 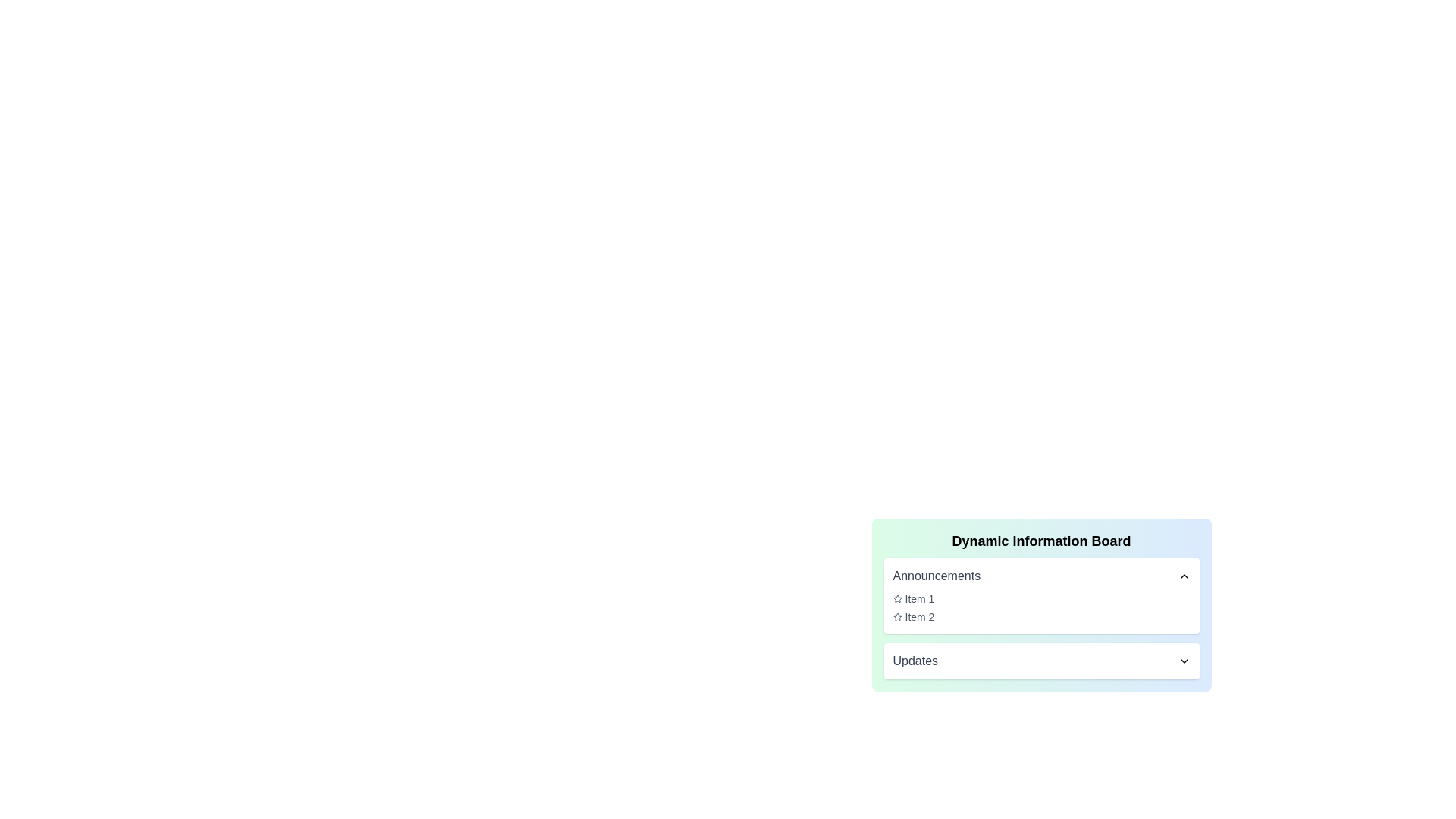 I want to click on the list item Item 1 in the DynamicNestedList component, so click(x=1040, y=598).